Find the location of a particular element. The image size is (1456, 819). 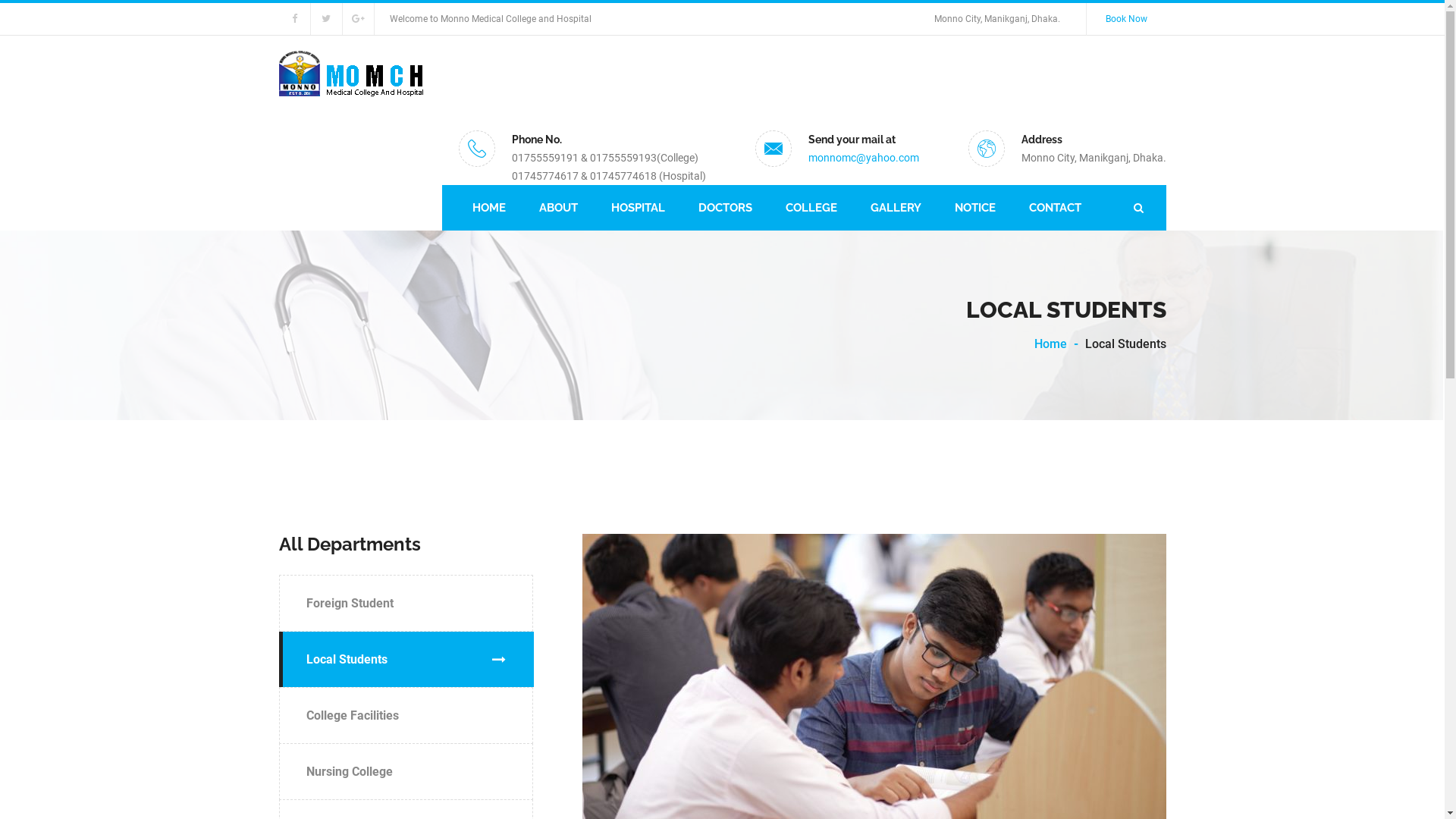

'Foreign Student' is located at coordinates (406, 602).